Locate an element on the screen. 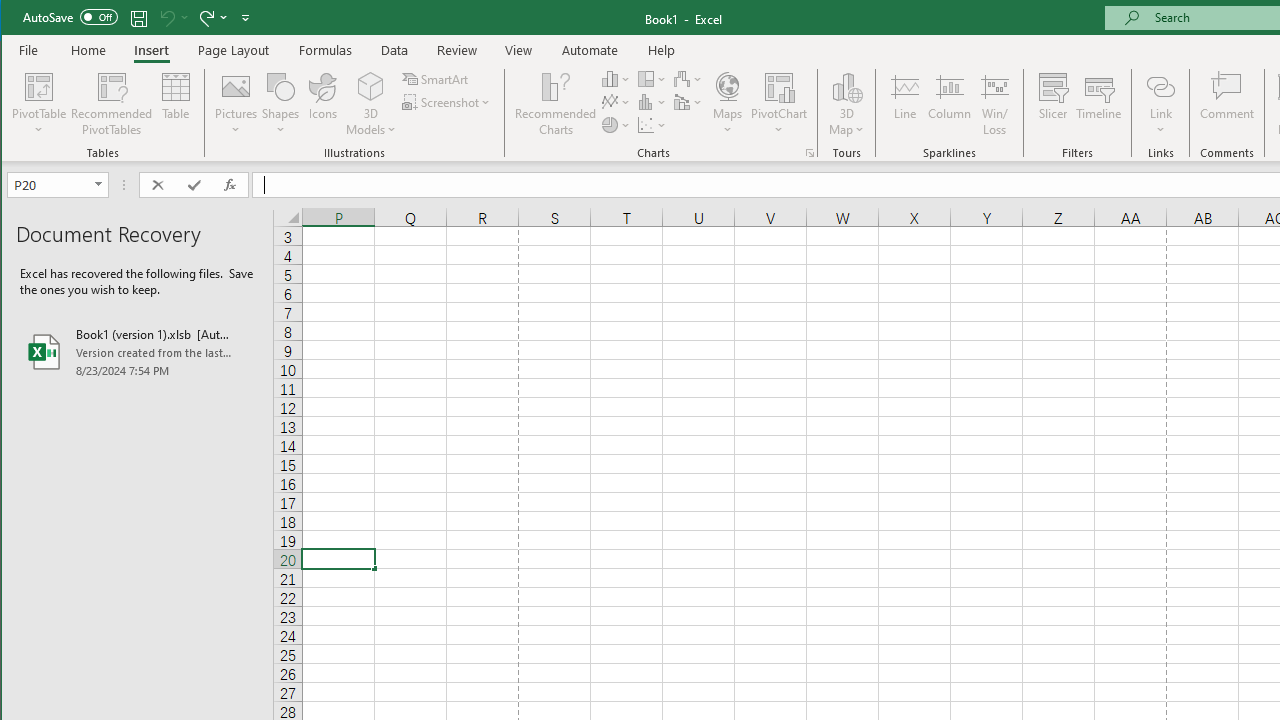  'Quick Access Toolbar' is located at coordinates (137, 18).